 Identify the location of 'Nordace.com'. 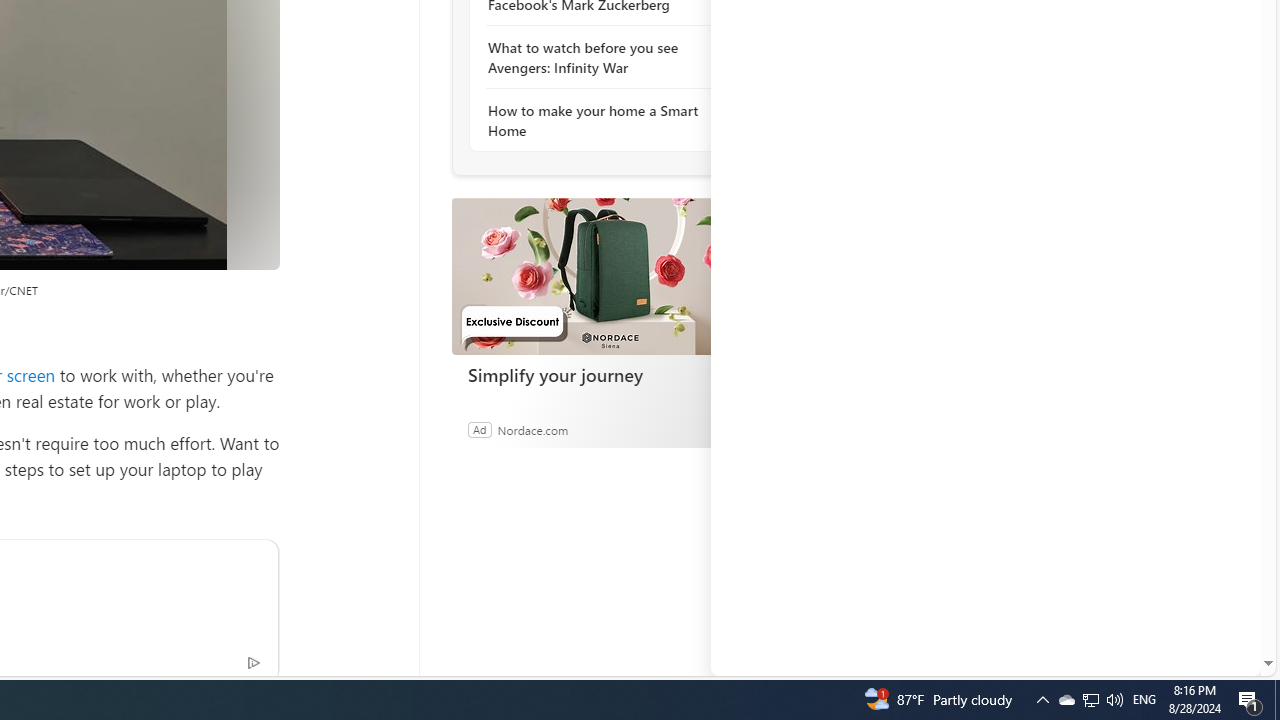
(532, 428).